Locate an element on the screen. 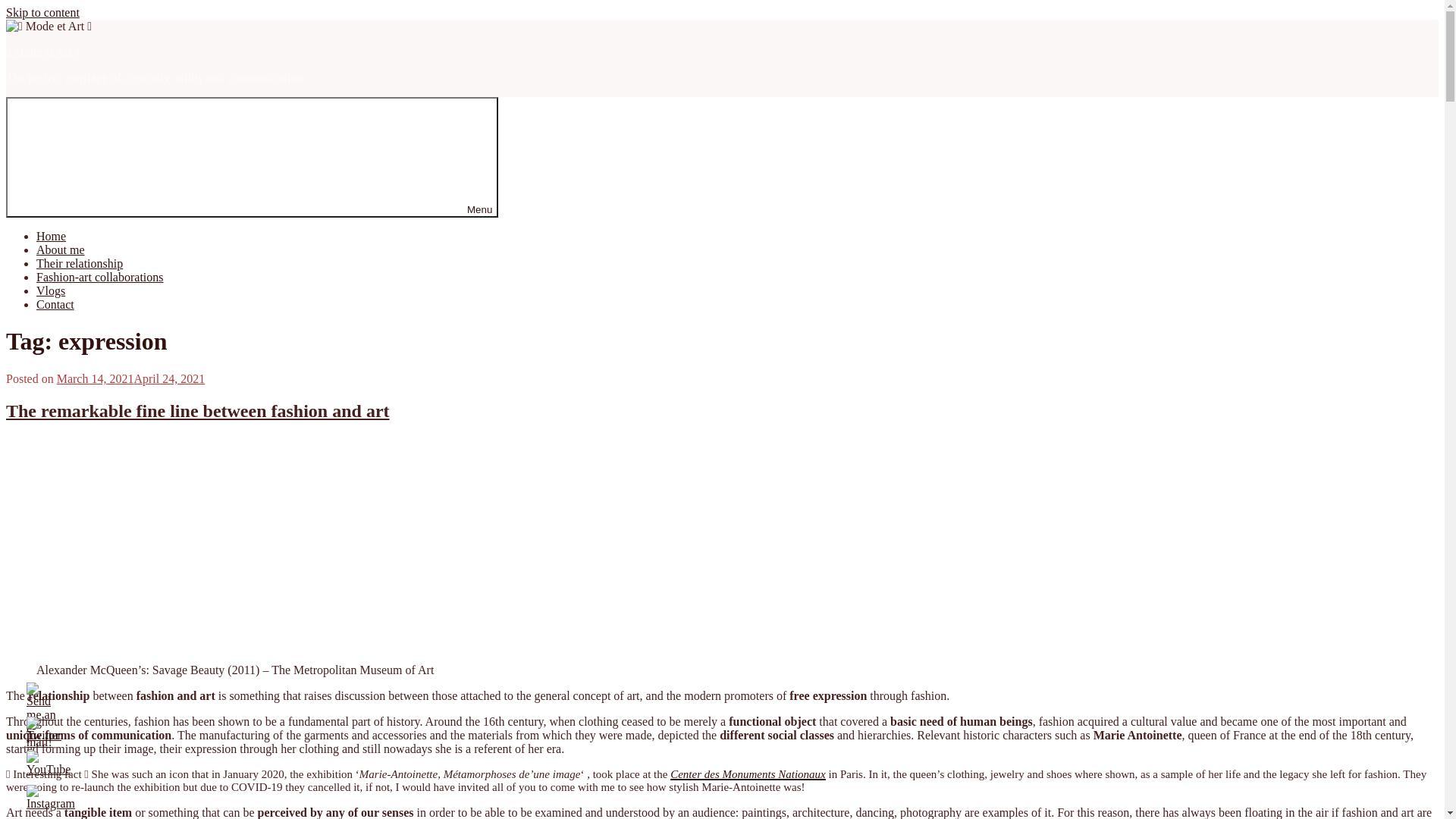  'Home' is located at coordinates (51, 236).